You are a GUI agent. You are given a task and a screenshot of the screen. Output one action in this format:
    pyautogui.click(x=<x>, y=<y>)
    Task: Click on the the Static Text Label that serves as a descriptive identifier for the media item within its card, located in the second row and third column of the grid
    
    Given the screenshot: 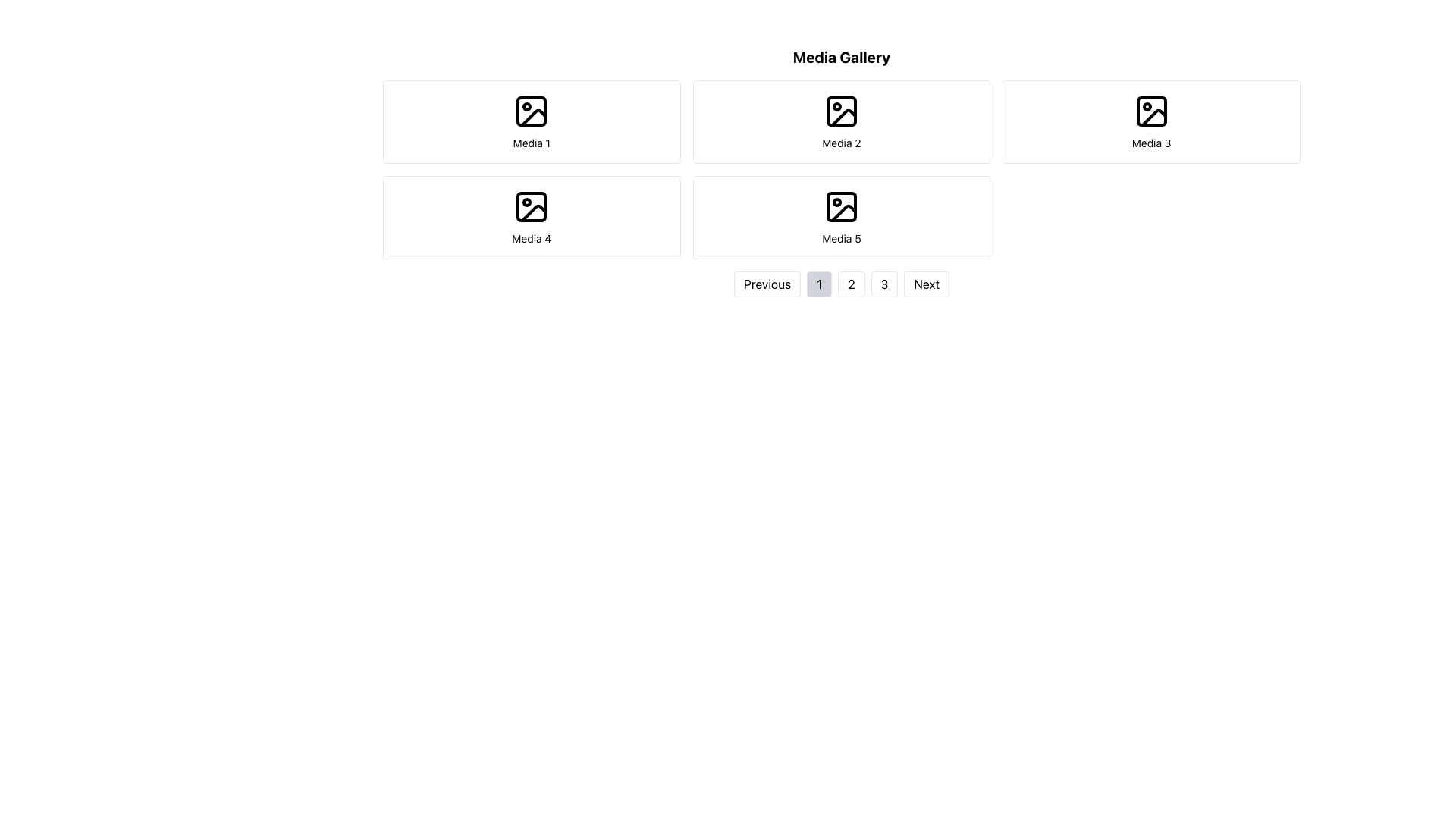 What is the action you would take?
    pyautogui.click(x=840, y=239)
    